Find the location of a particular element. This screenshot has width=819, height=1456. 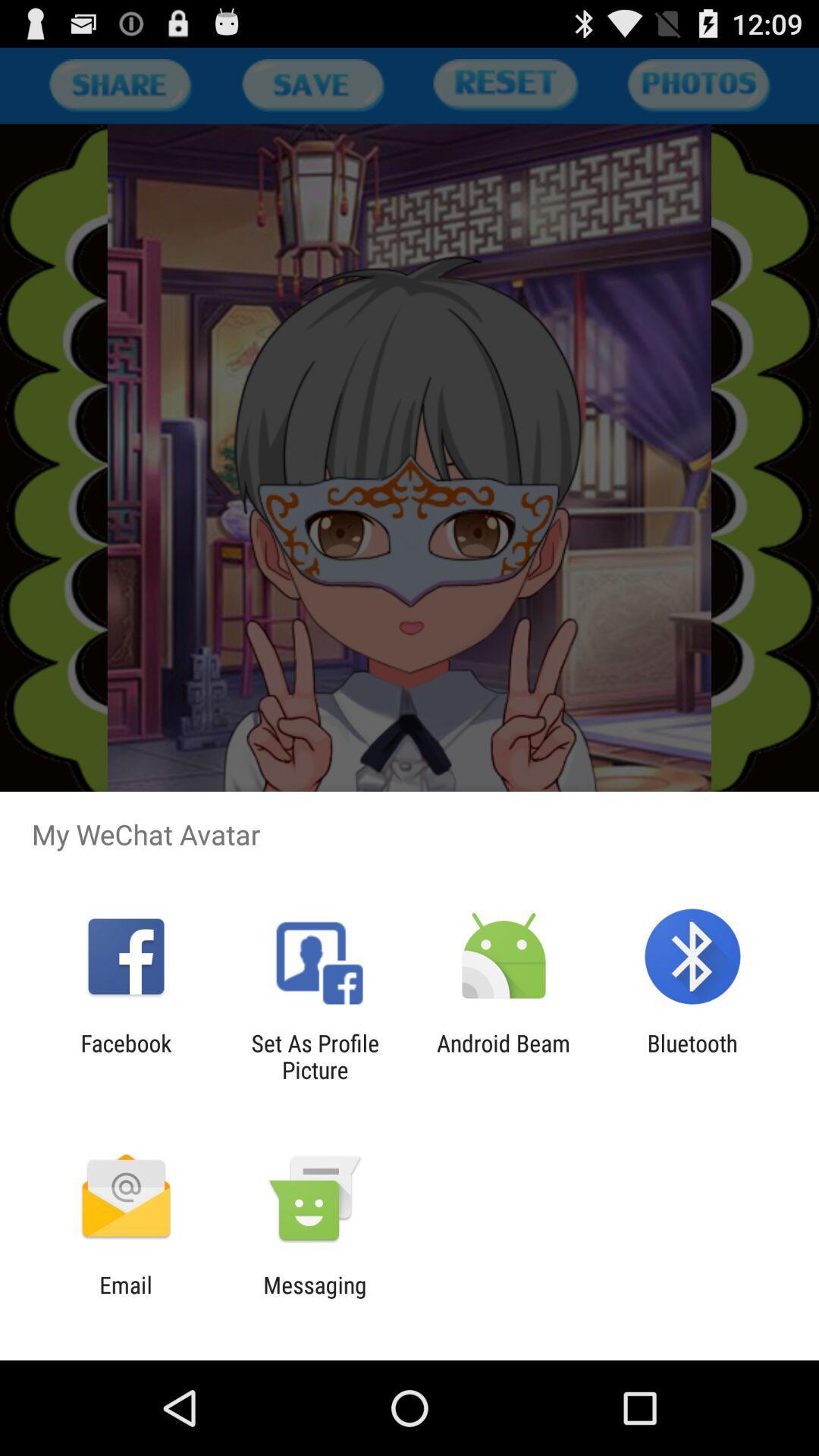

the facebook is located at coordinates (125, 1056).